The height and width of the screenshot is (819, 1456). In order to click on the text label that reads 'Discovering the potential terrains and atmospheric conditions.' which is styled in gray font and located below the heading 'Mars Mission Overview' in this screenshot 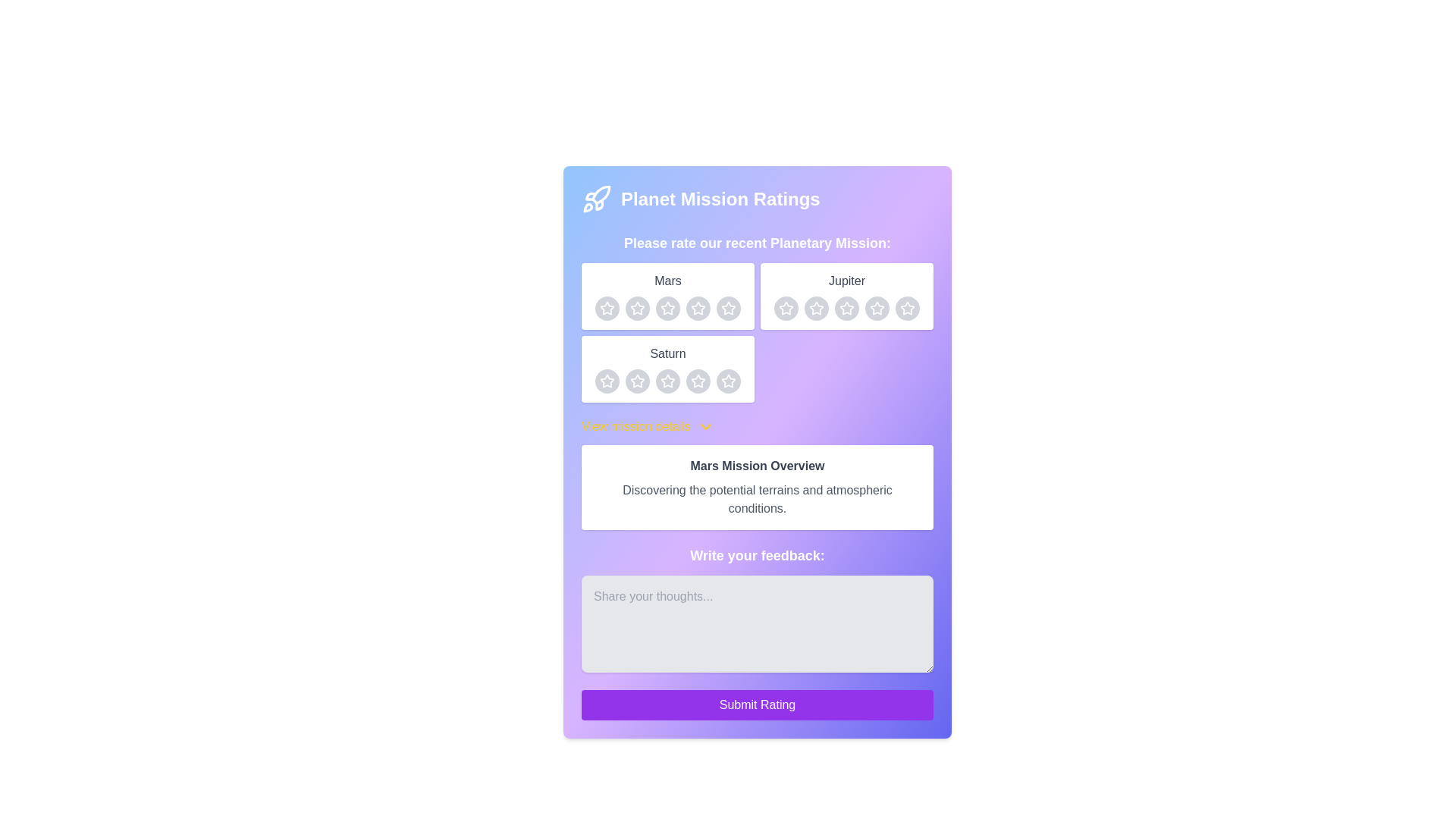, I will do `click(757, 500)`.